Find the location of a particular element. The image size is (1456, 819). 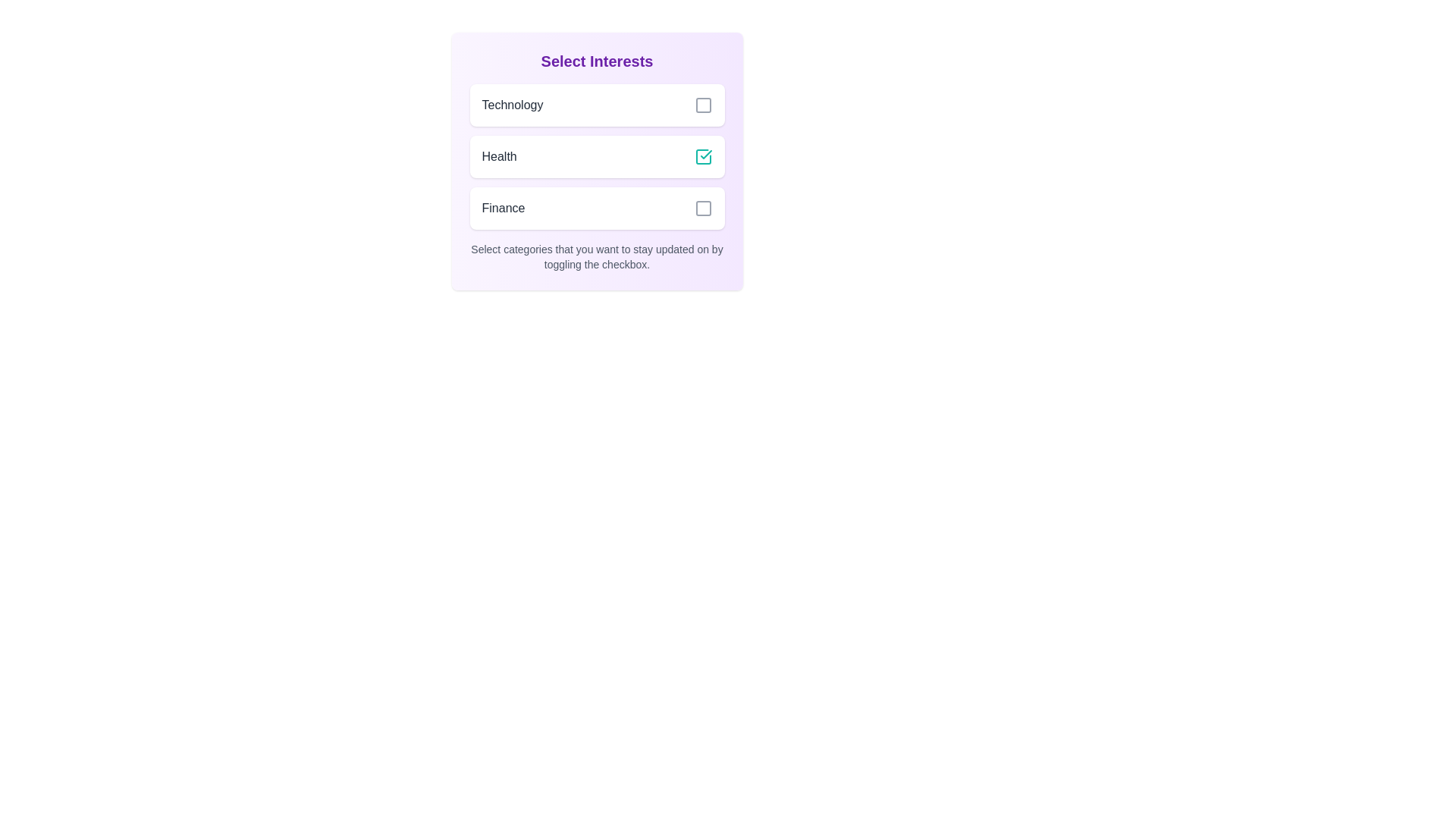

the category Finance by clicking its checkbox icon is located at coordinates (702, 208).